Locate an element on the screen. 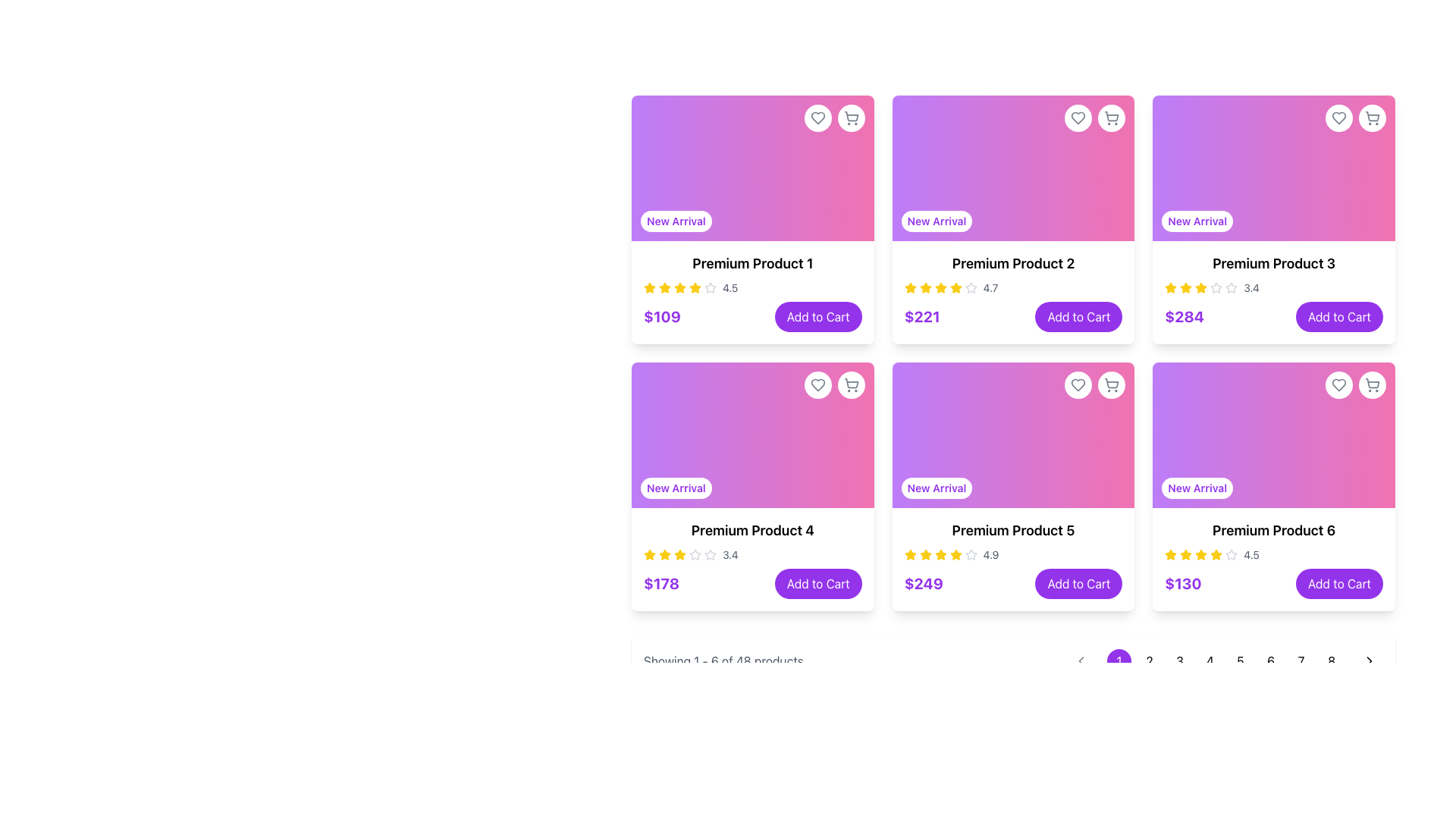  the 'Add to Cart' button with rounded edges, purple background, and white text located in the bottom-right corner of the 'Premium Product 6' card is located at coordinates (1339, 583).